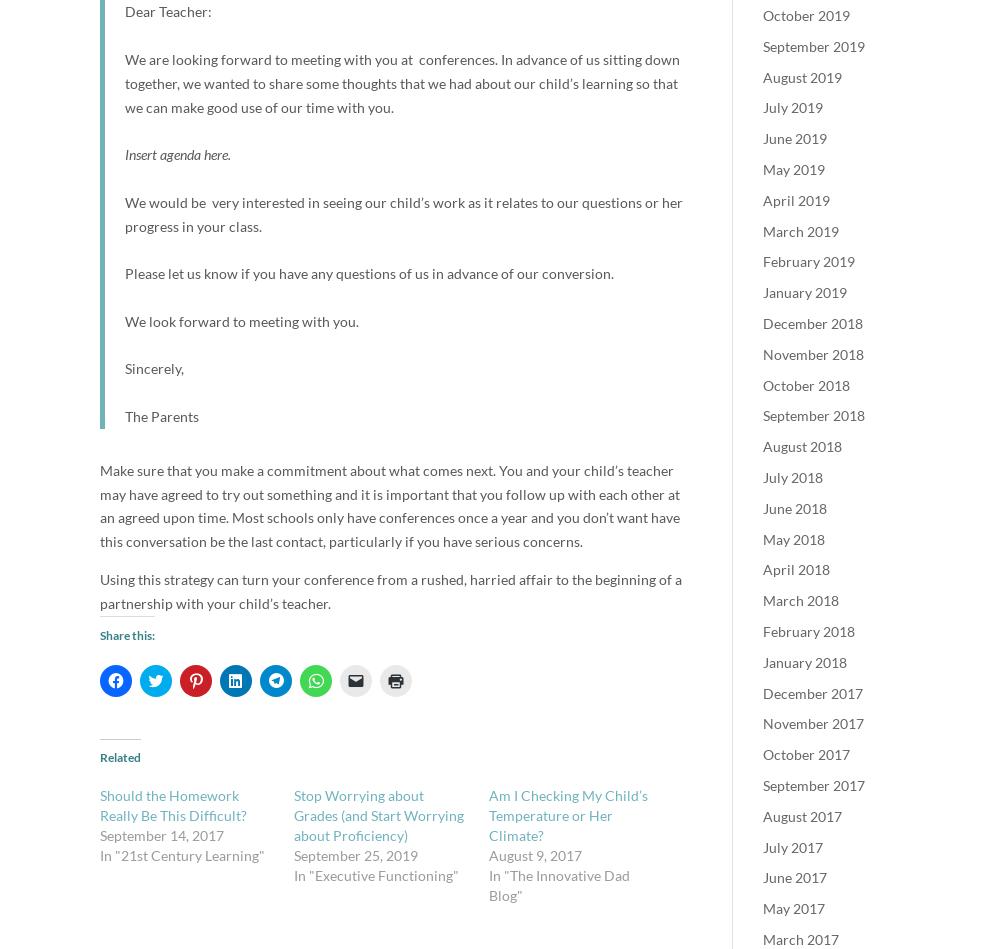 The image size is (1000, 949). I want to click on 'October 2019', so click(763, 15).